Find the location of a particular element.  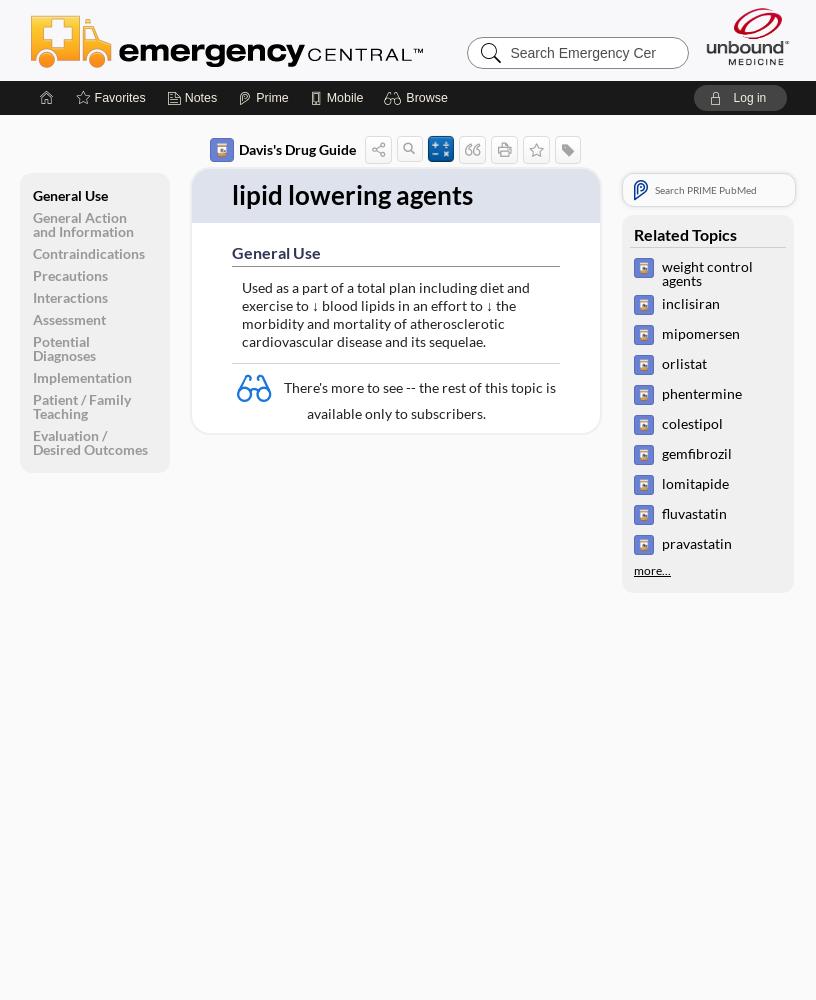

'lipid lowering agents' is located at coordinates (352, 194).